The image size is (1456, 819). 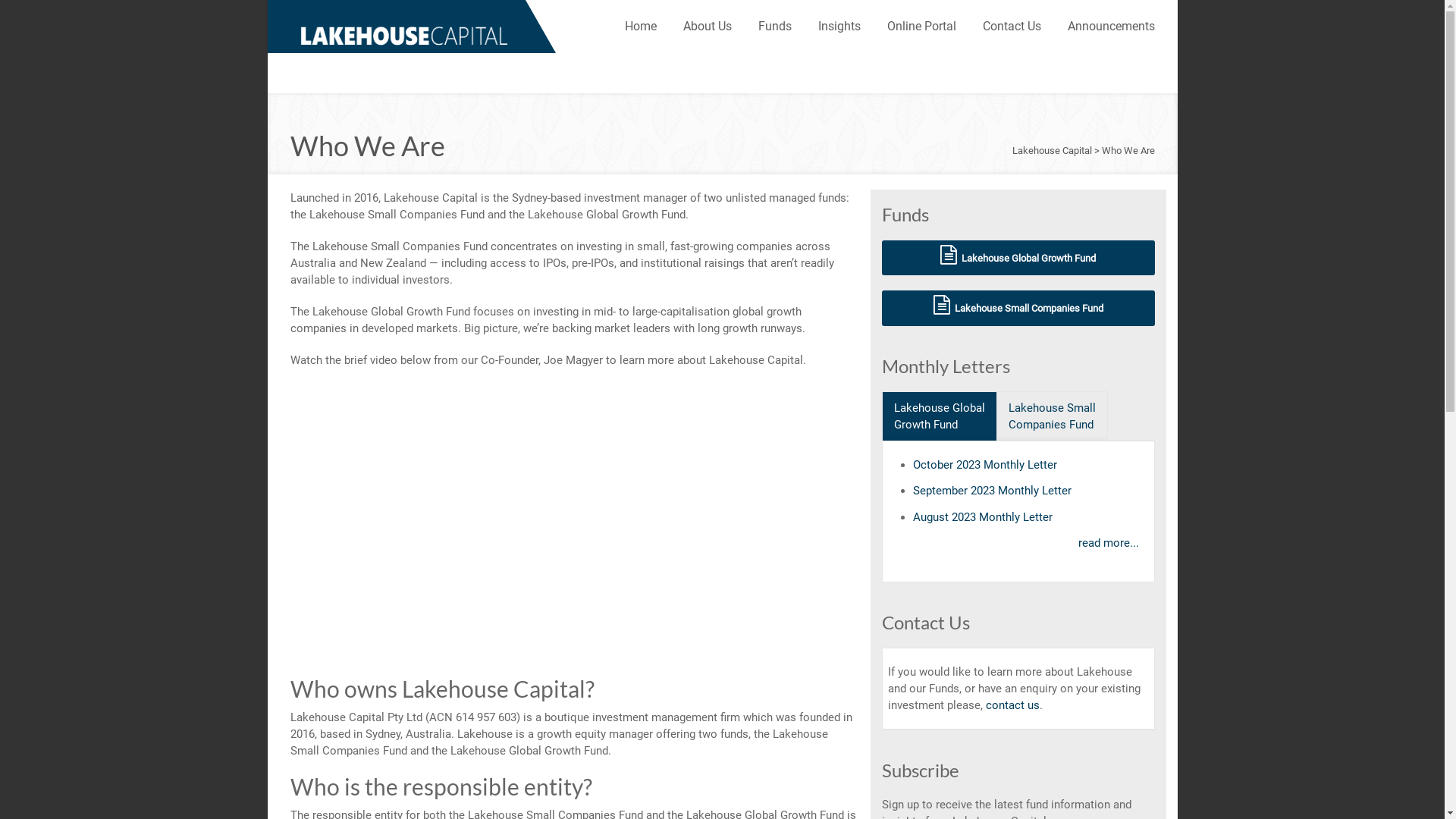 I want to click on '  Lakehouse Small Companies Fund', so click(x=1018, y=307).